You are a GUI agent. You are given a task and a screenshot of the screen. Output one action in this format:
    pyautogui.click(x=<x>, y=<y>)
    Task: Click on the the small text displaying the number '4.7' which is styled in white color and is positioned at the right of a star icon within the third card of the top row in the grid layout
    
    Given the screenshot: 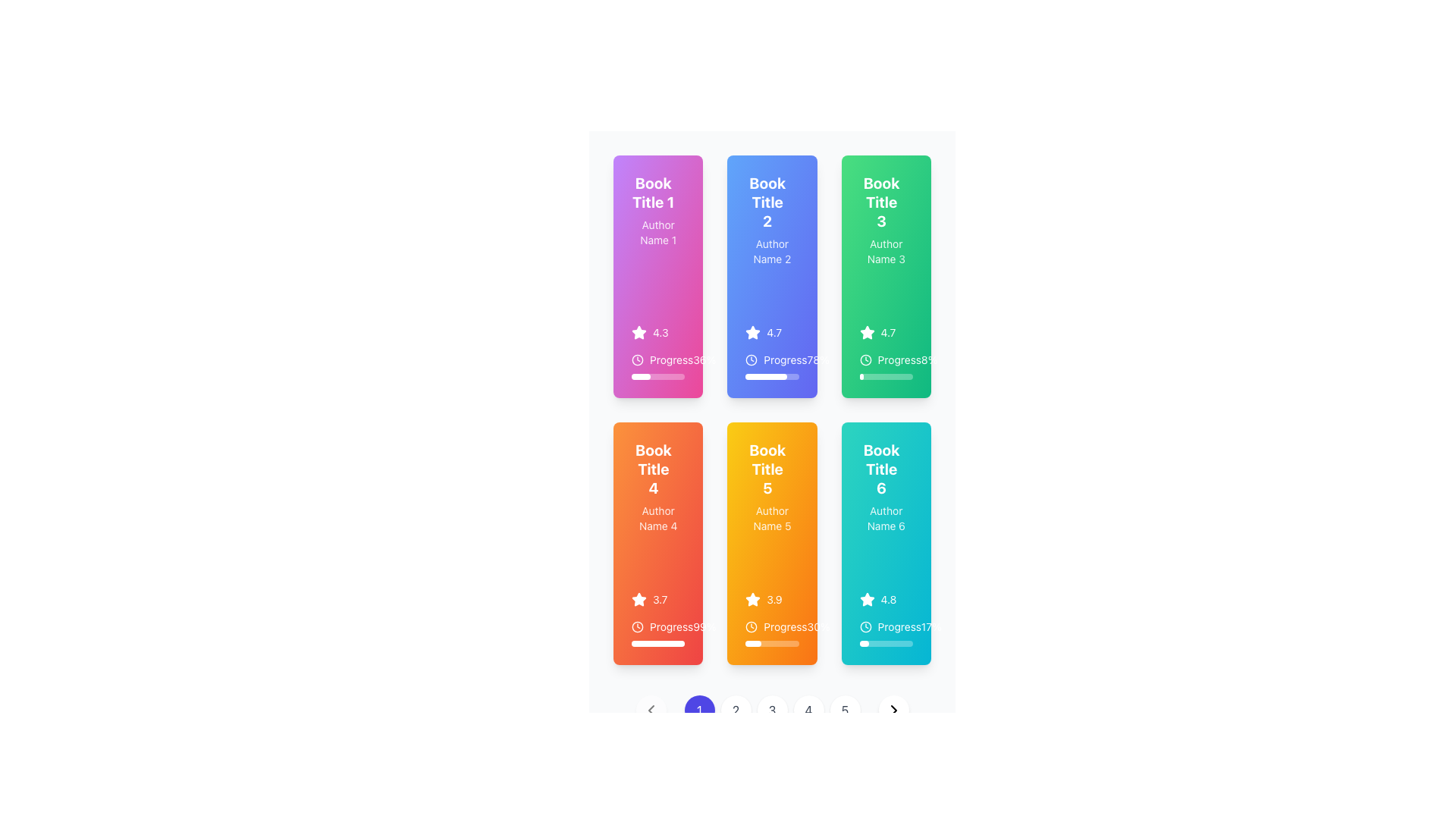 What is the action you would take?
    pyautogui.click(x=774, y=332)
    